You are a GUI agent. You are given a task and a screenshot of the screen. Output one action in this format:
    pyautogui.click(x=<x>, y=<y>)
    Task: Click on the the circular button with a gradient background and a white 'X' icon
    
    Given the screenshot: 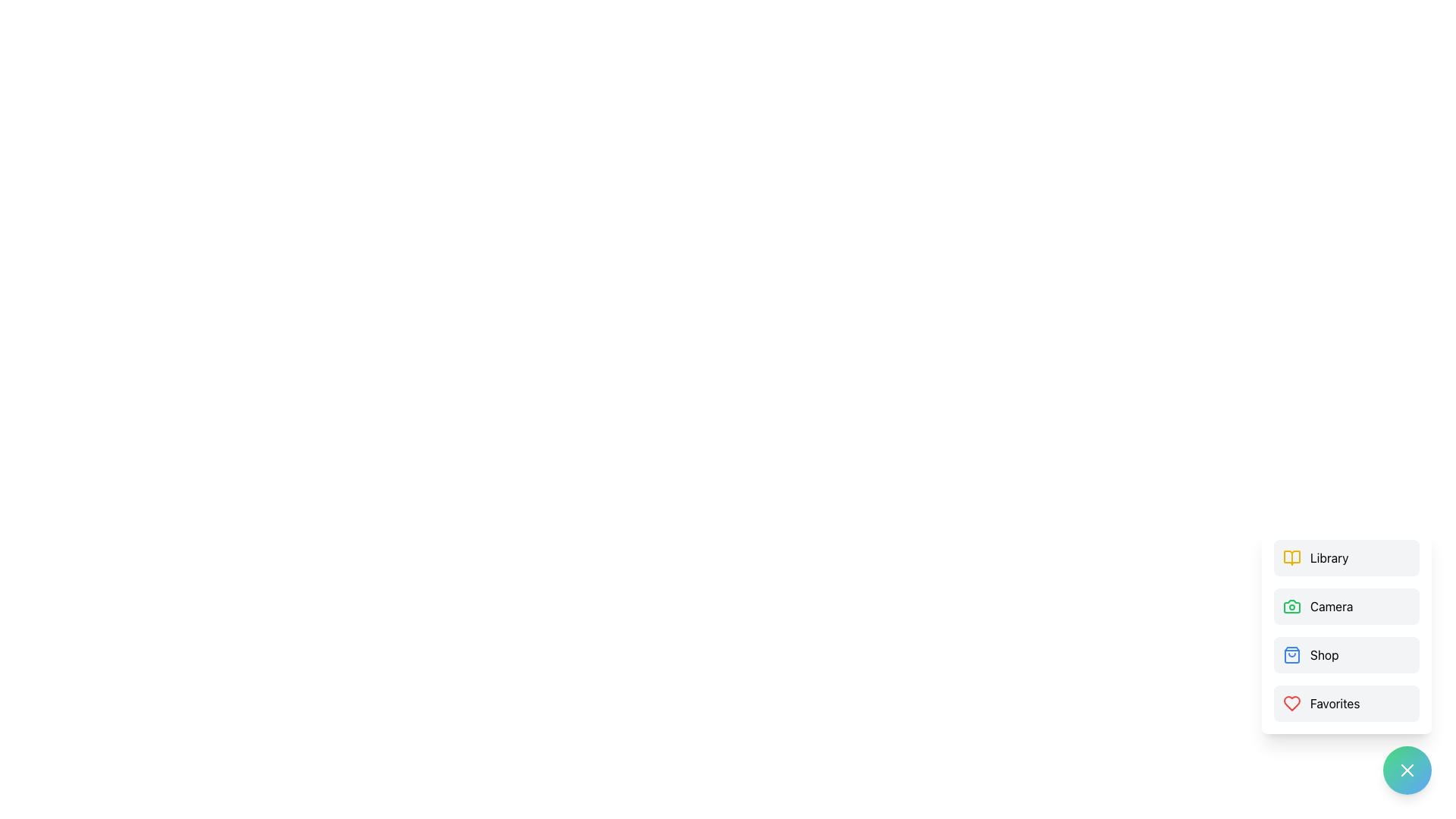 What is the action you would take?
    pyautogui.click(x=1407, y=770)
    